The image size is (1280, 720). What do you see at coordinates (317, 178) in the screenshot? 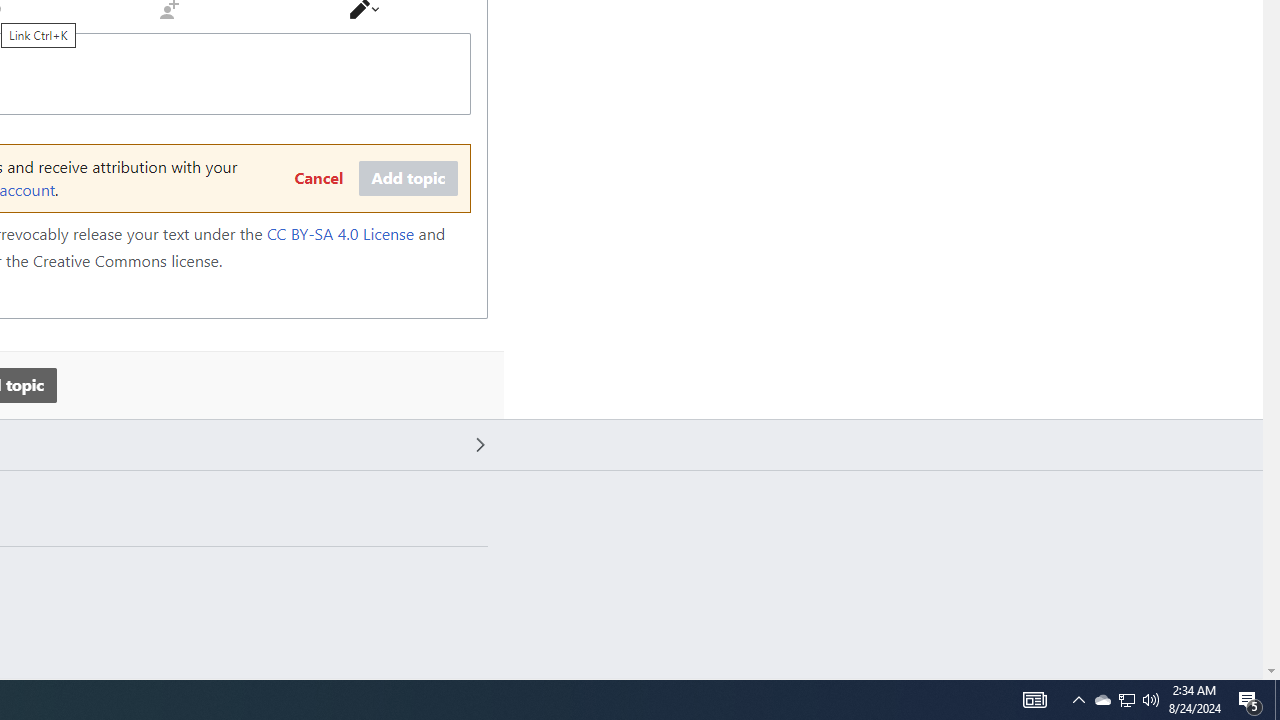
I see `'Cancel'` at bounding box center [317, 178].